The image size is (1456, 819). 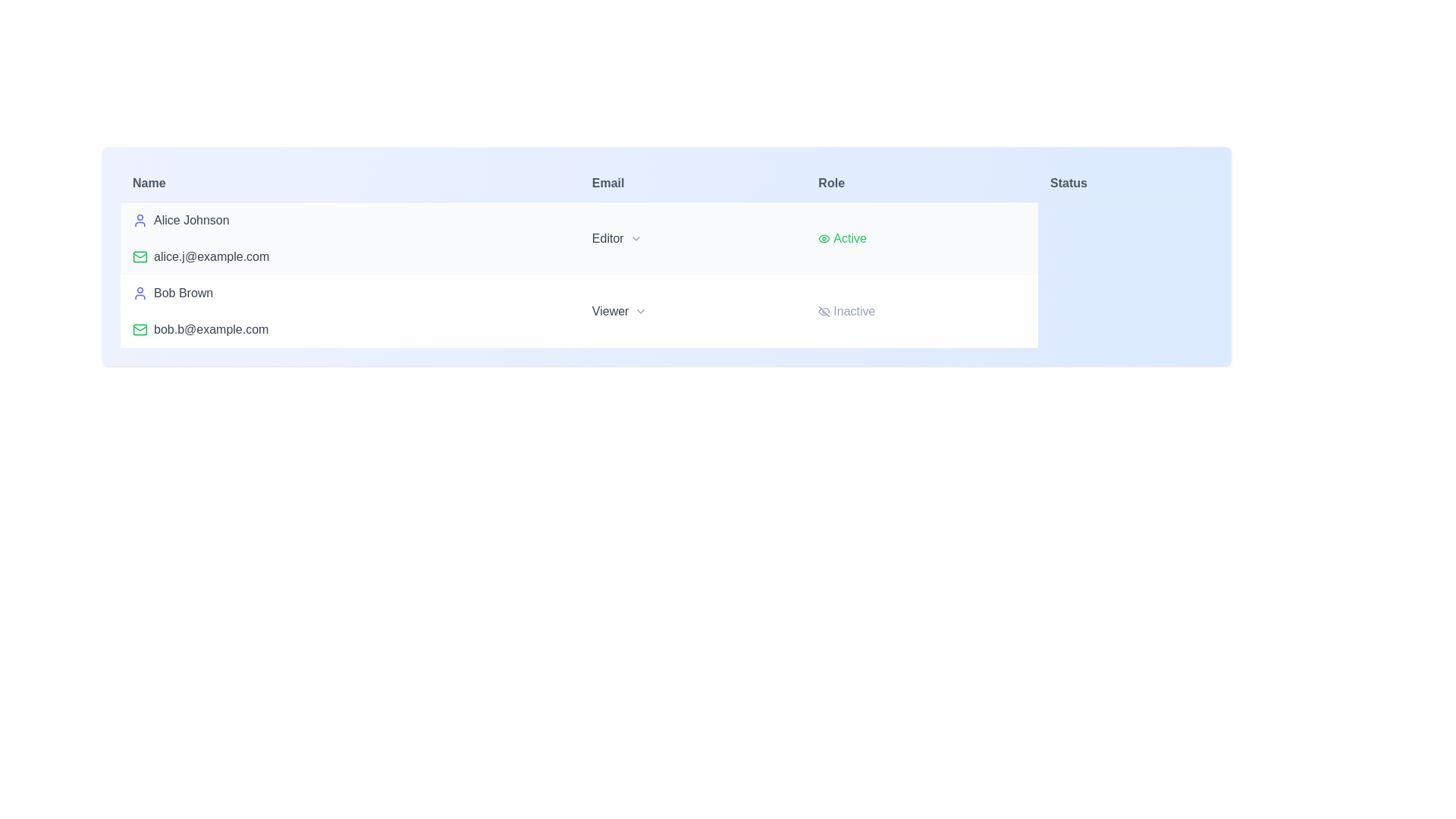 I want to click on the email icon representing the email address 'bob.b@example.com' located in the second row of the table, so click(x=140, y=329).